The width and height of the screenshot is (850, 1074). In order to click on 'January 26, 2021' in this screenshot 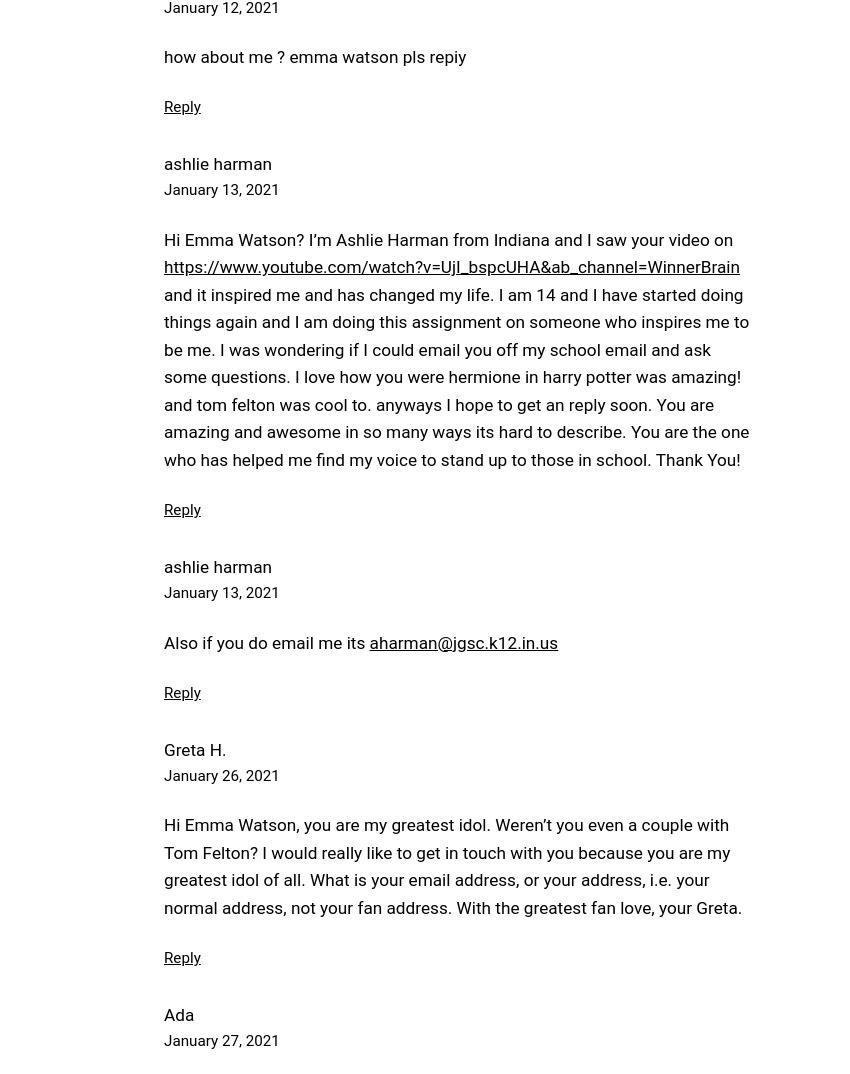, I will do `click(163, 774)`.